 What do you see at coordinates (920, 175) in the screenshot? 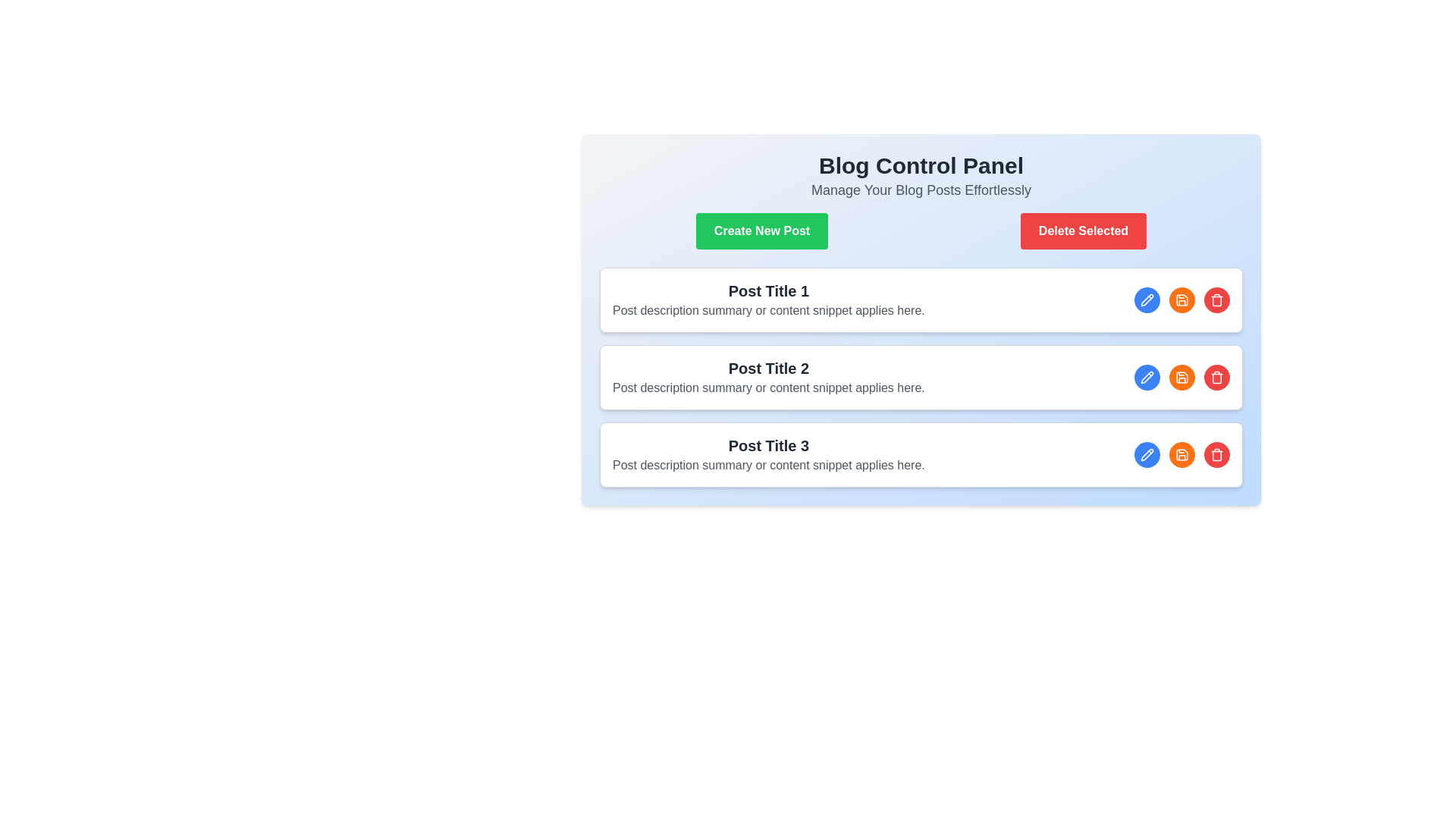
I see `the Header text element that serves as the title and subtitle of the blog control panel interface, located at the top of the central content panel and above the interactive buttons` at bounding box center [920, 175].